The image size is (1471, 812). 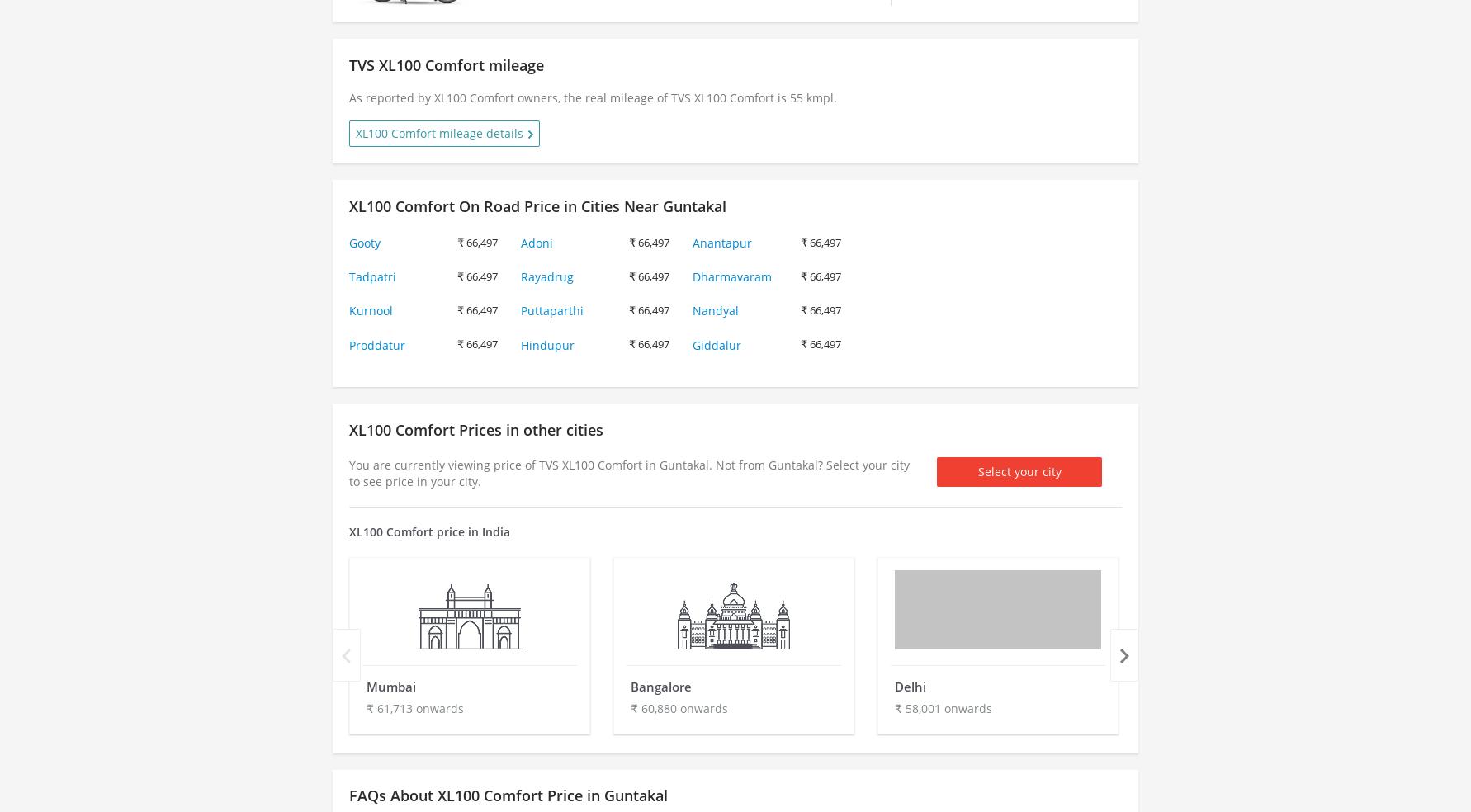 I want to click on 'Select your city', so click(x=1018, y=470).